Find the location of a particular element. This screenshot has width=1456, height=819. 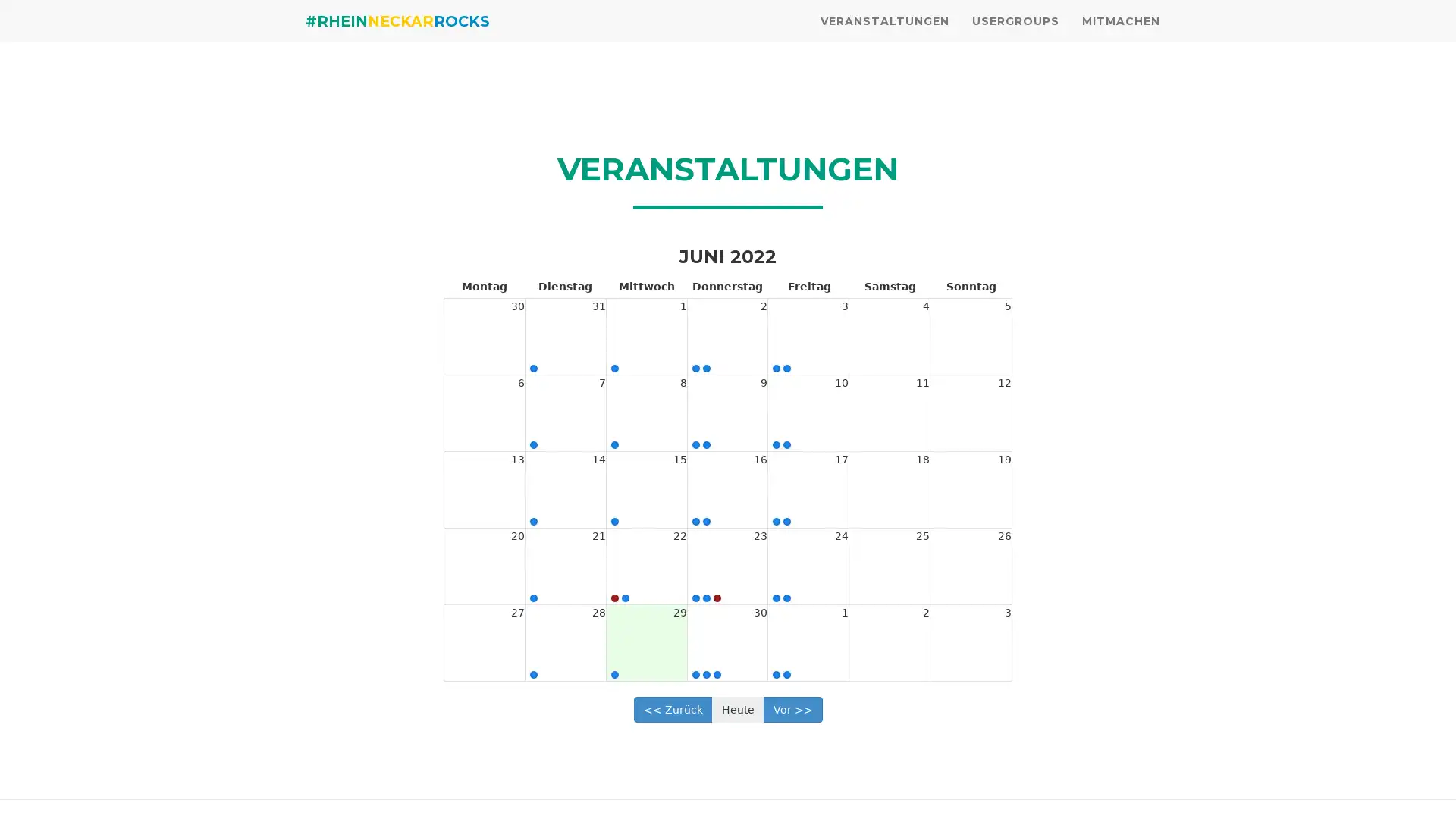

Vor >> is located at coordinates (792, 708).